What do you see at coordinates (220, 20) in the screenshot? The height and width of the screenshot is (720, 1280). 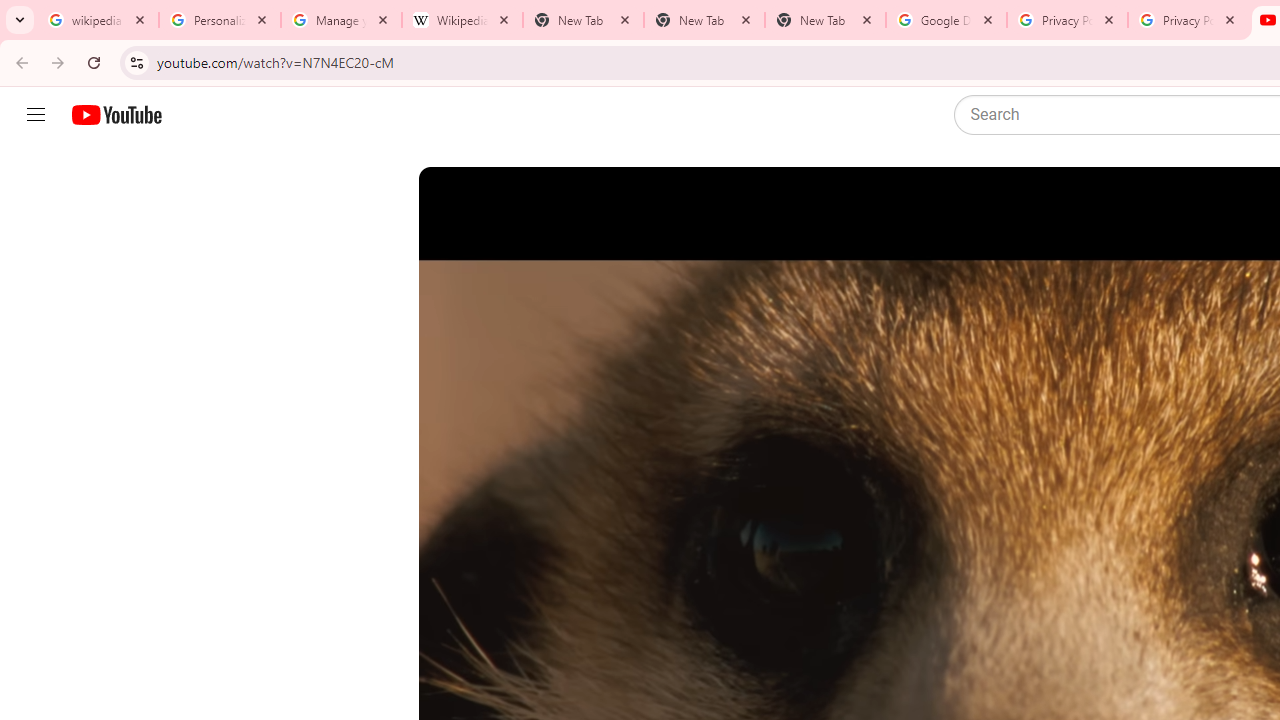 I see `'Personalization & Google Search results - Google Search Help'` at bounding box center [220, 20].